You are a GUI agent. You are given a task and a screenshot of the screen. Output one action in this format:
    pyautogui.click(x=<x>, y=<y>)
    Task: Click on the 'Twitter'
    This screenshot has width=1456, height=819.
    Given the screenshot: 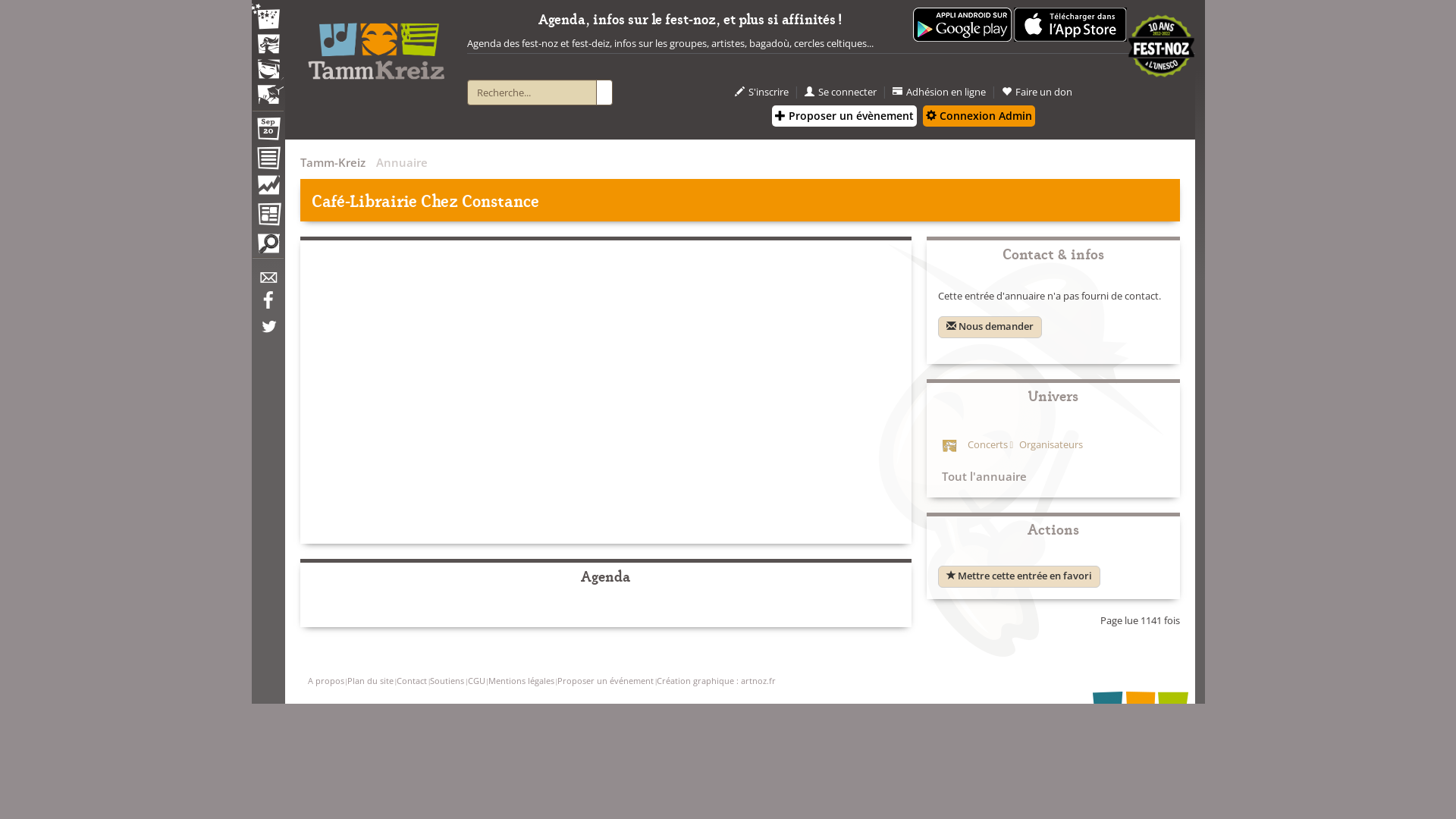 What is the action you would take?
    pyautogui.click(x=268, y=333)
    